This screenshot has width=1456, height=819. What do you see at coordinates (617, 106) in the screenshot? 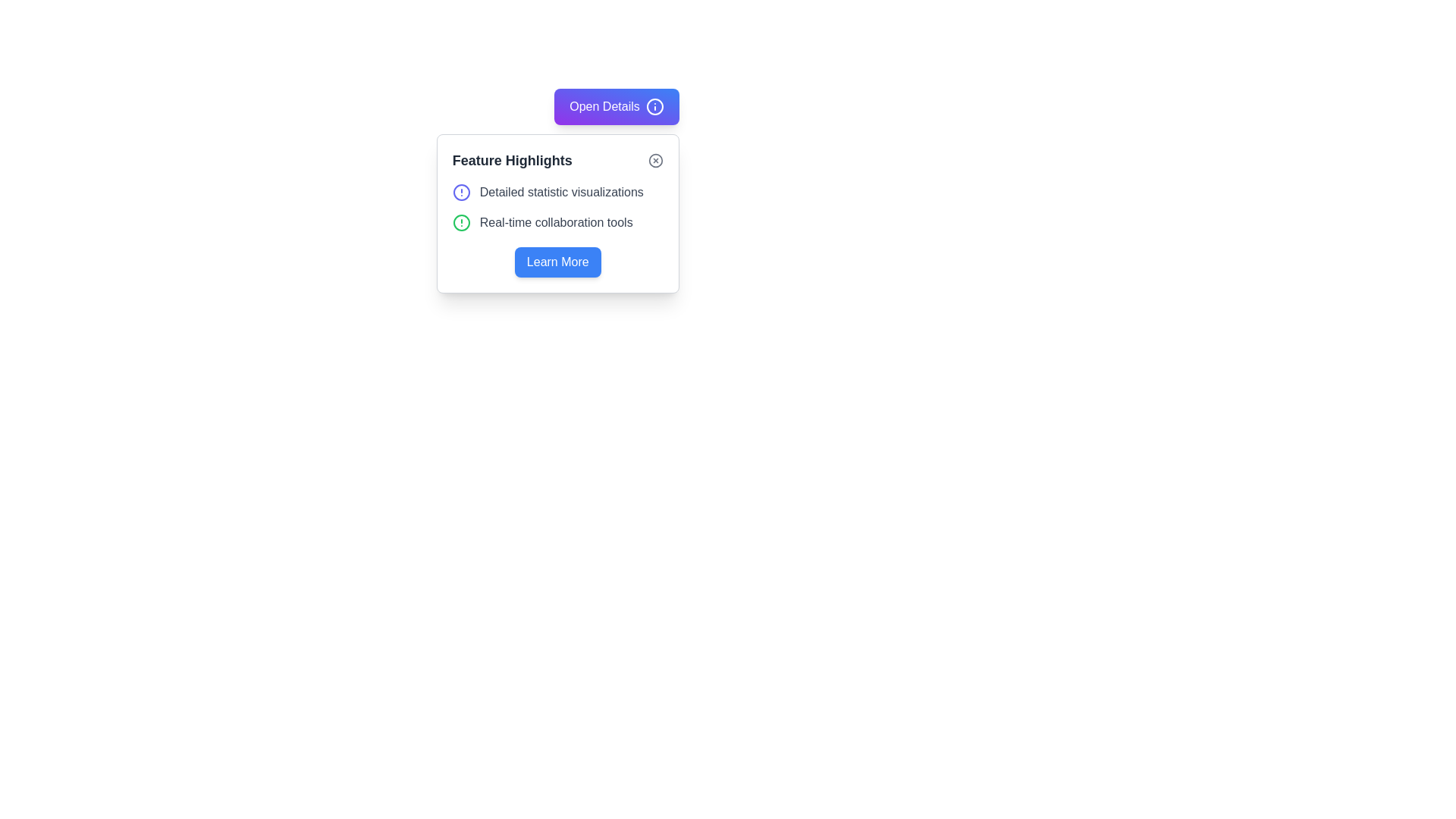
I see `the 'Open Details' button by tabbing to it for keyboard navigation` at bounding box center [617, 106].